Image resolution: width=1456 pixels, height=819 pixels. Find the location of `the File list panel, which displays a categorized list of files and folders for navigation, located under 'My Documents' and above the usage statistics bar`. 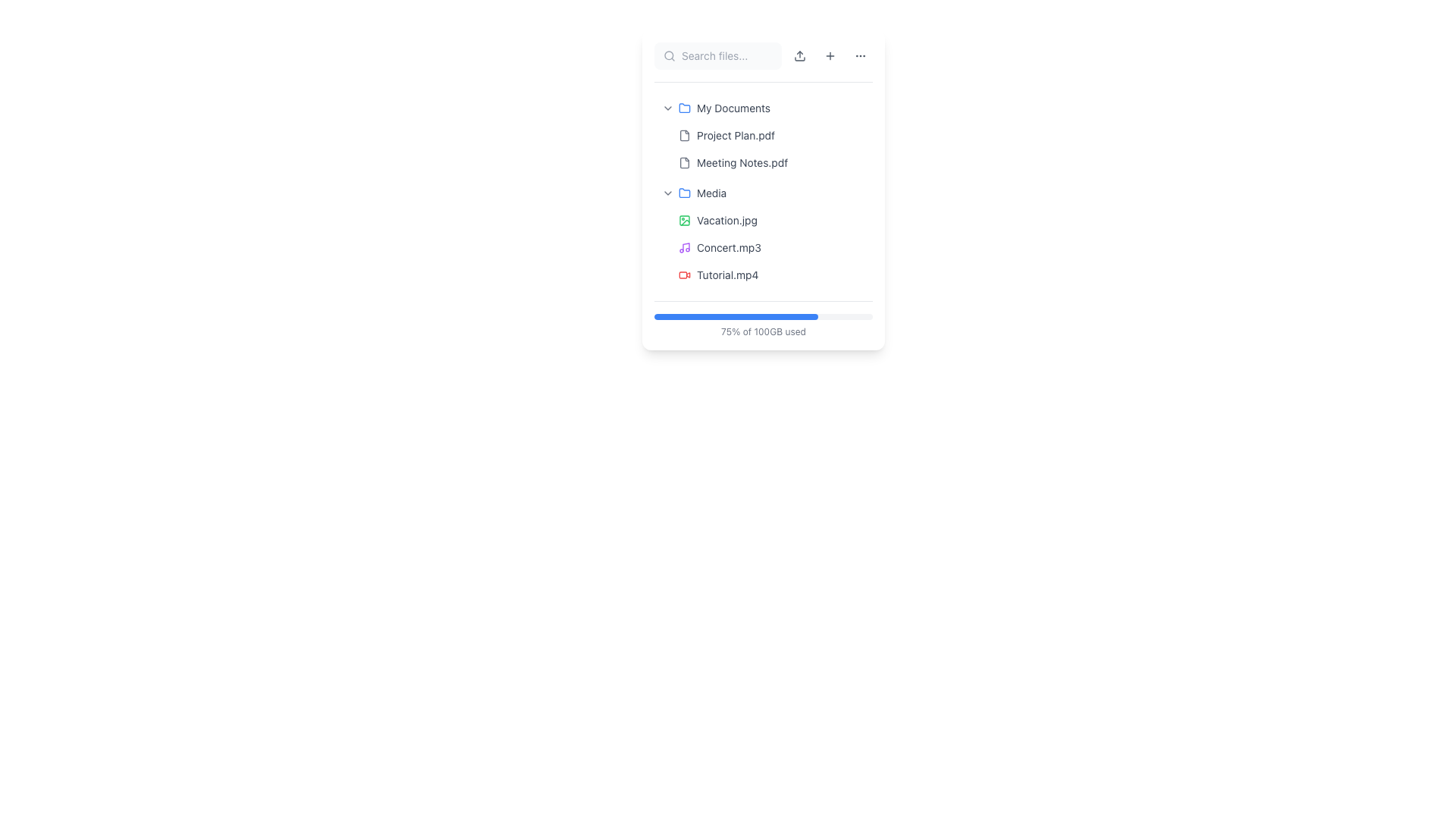

the File list panel, which displays a categorized list of files and folders for navigation, located under 'My Documents' and above the usage statistics bar is located at coordinates (764, 191).